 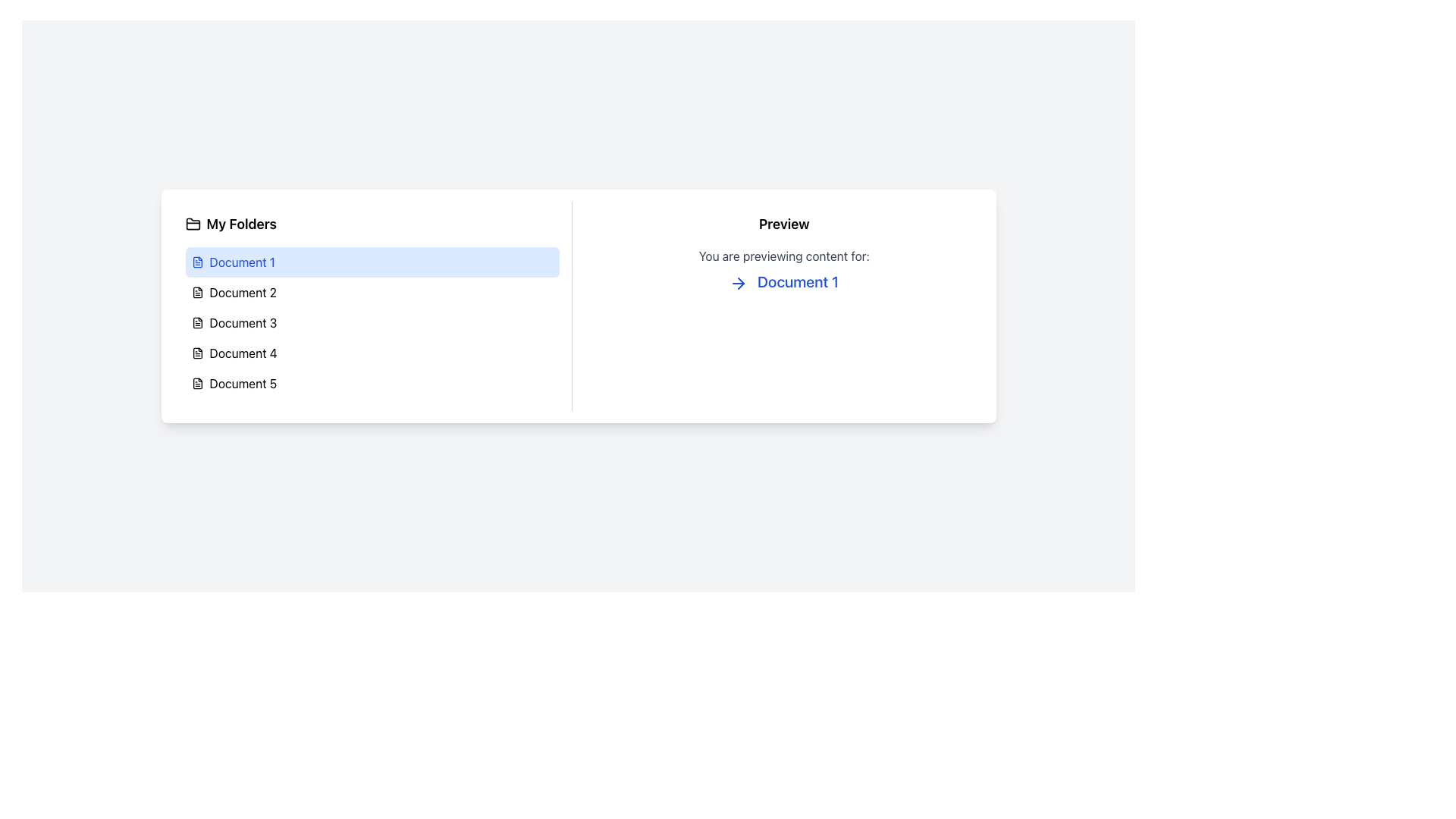 What do you see at coordinates (784, 256) in the screenshot?
I see `the contextual information text element located below the 'Preview' label and above the 'Document 1' link in the right side of the split interface` at bounding box center [784, 256].